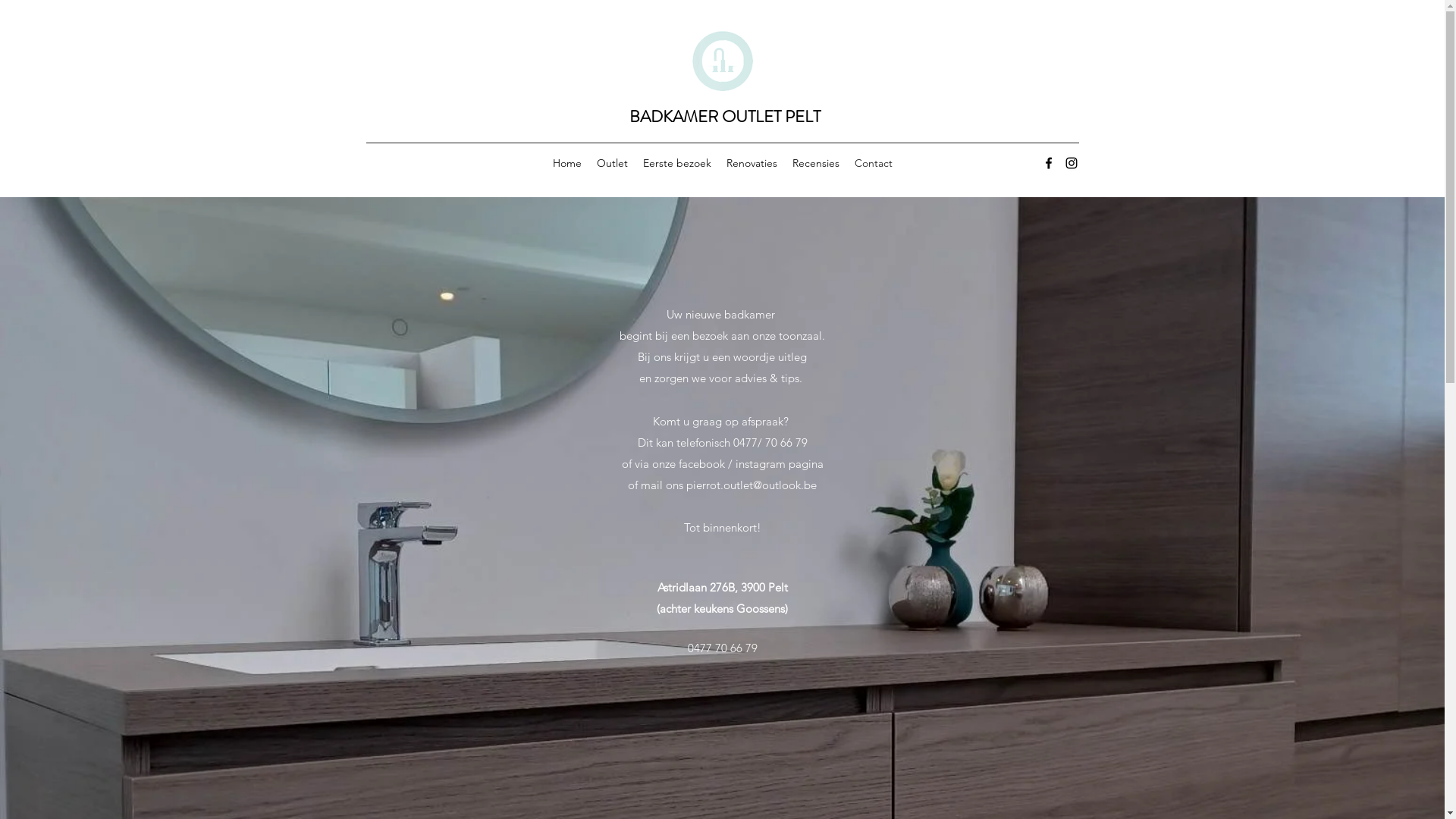  What do you see at coordinates (814, 163) in the screenshot?
I see `'Recensies'` at bounding box center [814, 163].